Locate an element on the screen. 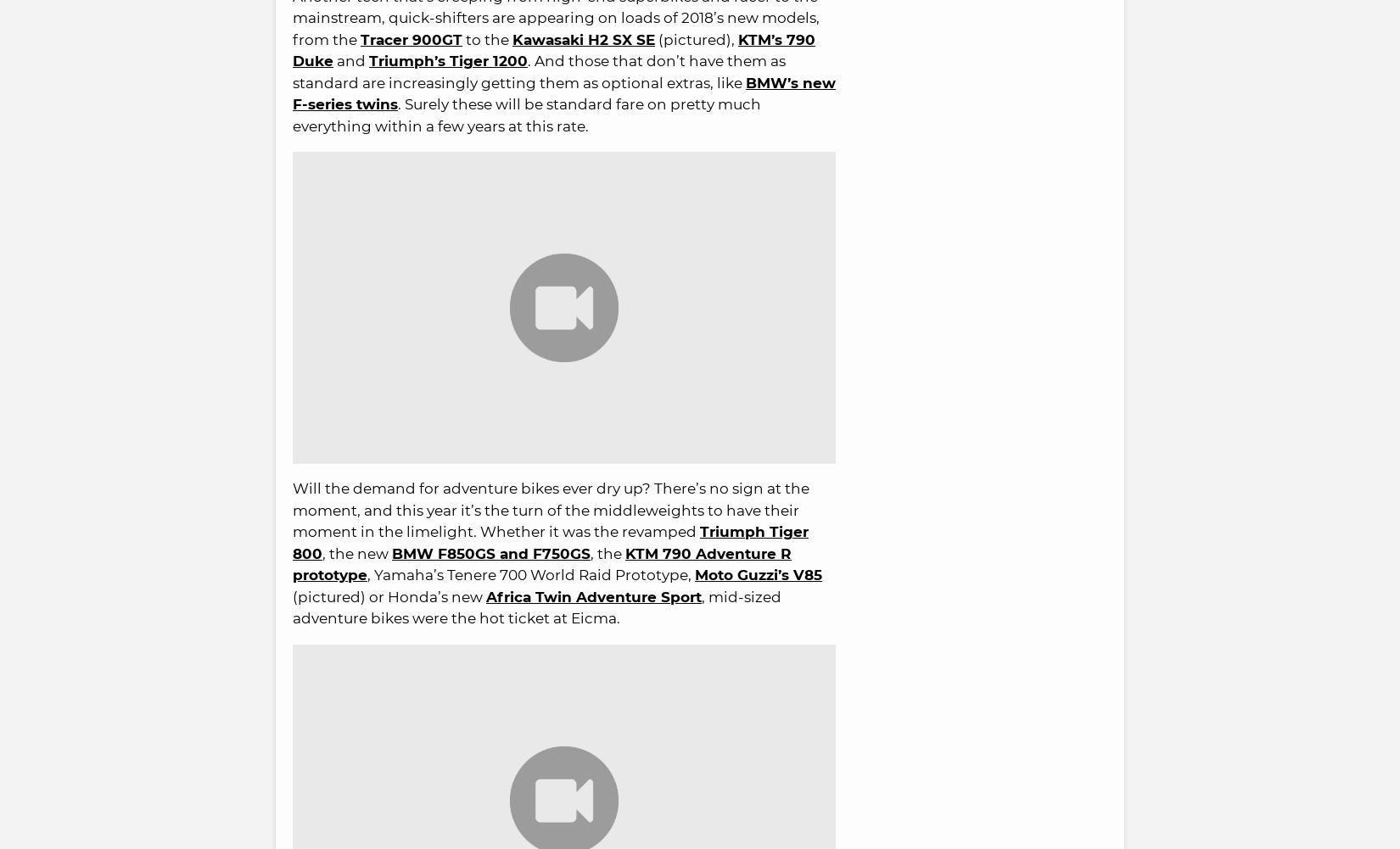  'Tracer 900GT' is located at coordinates (410, 39).